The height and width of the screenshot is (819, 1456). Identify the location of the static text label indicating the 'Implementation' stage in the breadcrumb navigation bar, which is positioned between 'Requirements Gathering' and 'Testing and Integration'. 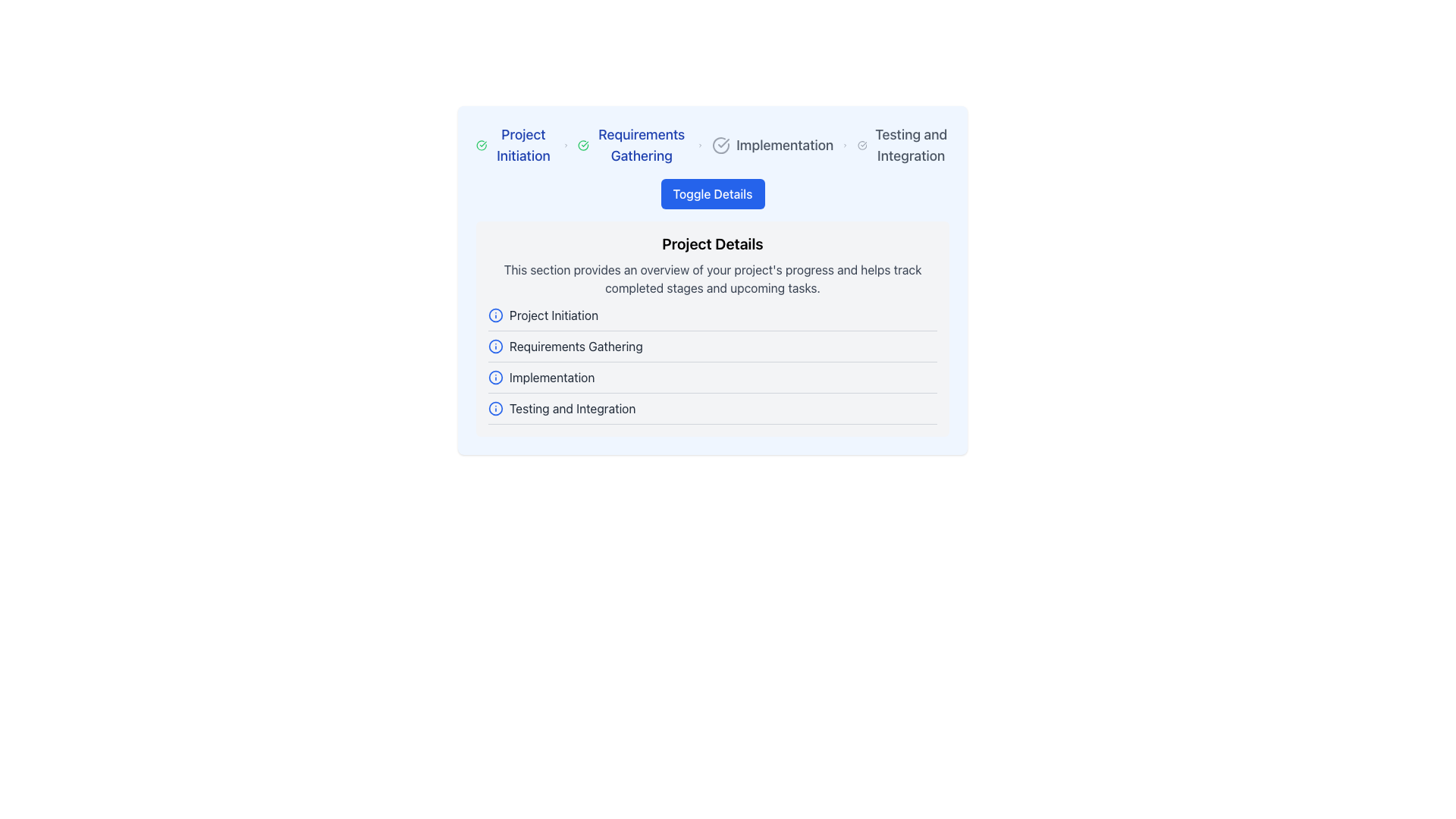
(785, 146).